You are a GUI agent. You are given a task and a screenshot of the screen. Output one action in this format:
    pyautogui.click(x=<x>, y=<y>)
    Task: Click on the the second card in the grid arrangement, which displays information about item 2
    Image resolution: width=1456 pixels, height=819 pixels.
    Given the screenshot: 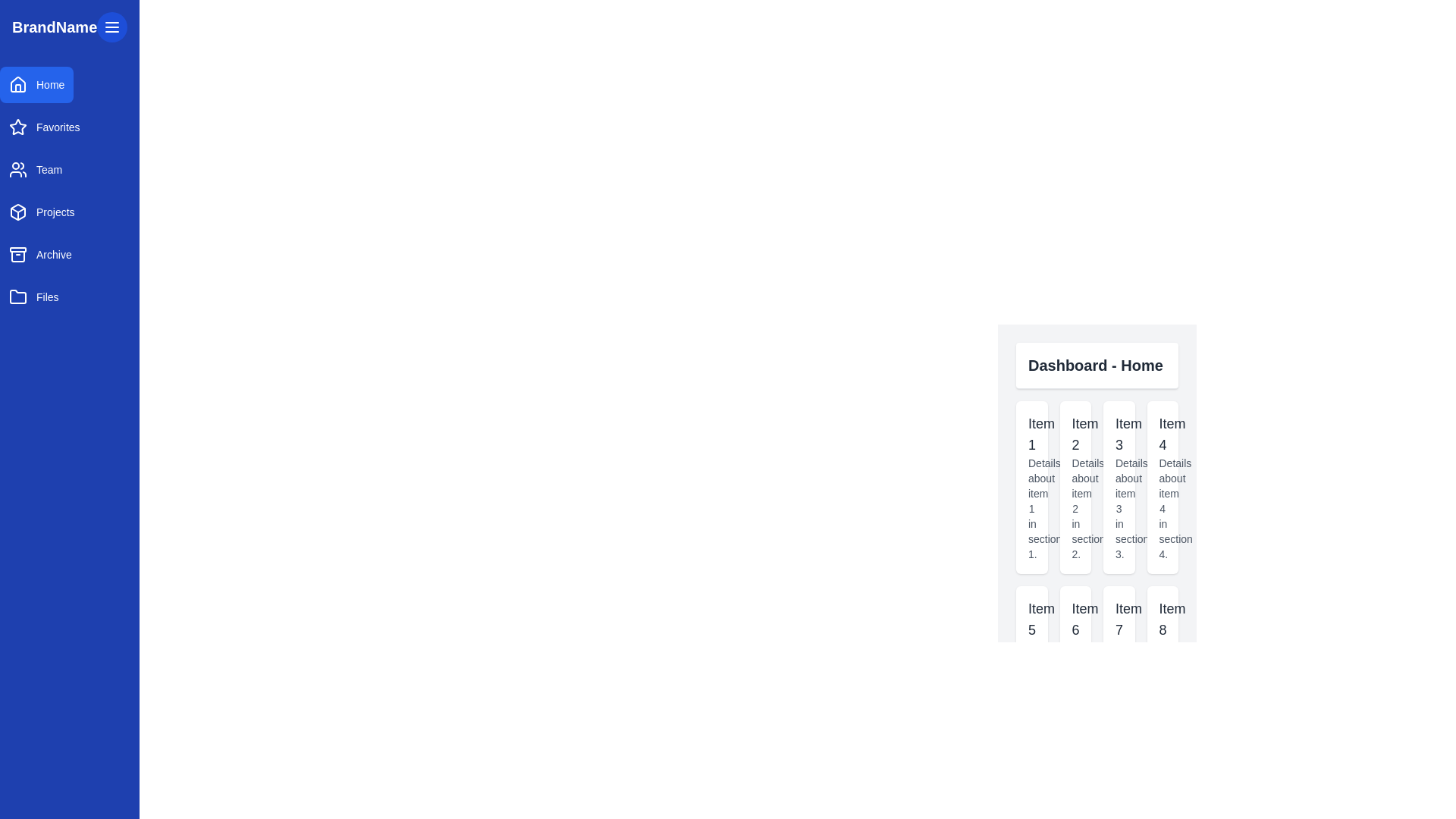 What is the action you would take?
    pyautogui.click(x=1075, y=488)
    